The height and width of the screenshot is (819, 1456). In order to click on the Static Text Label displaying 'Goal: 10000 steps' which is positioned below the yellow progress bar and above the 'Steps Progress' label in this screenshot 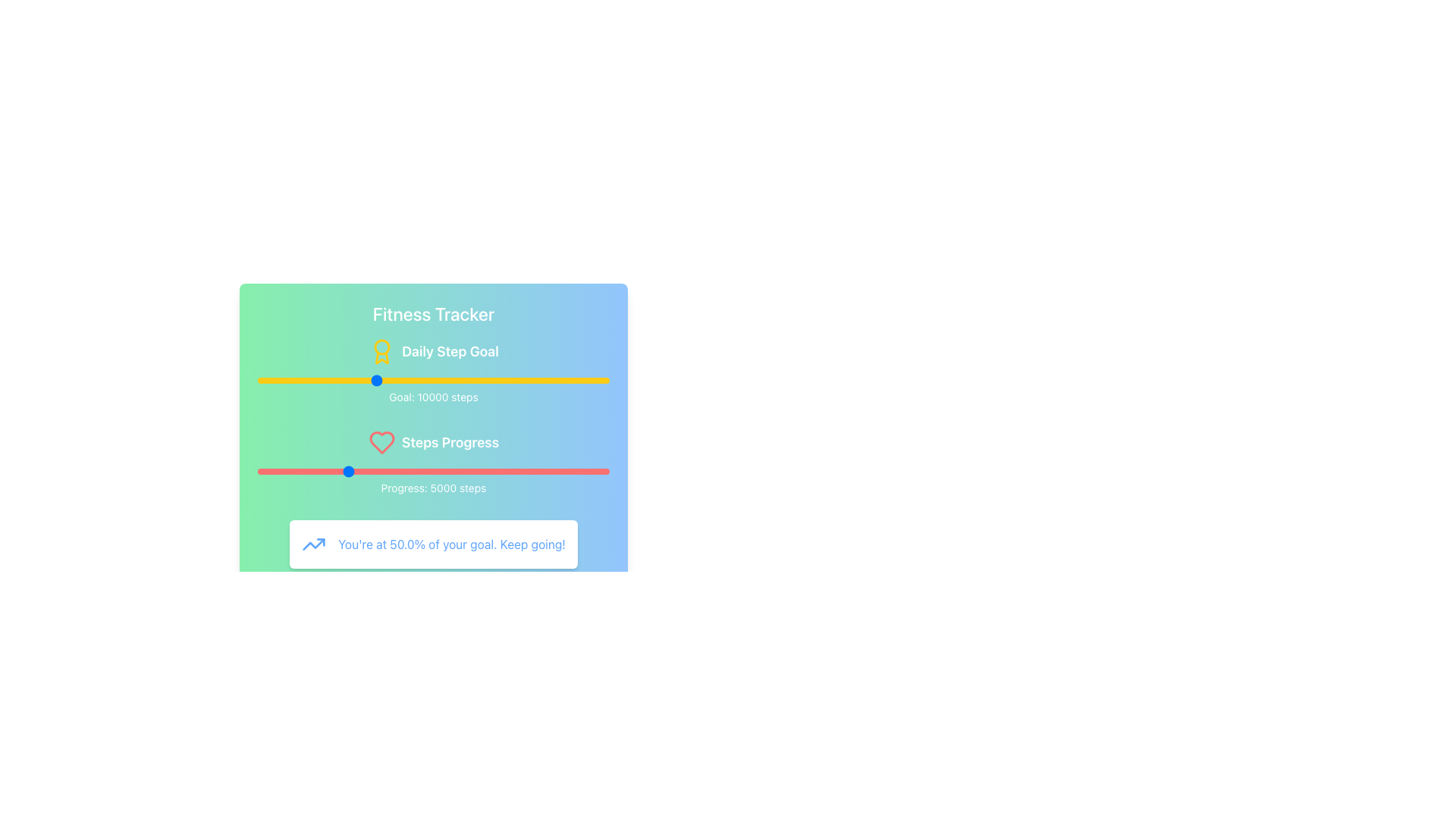, I will do `click(432, 397)`.